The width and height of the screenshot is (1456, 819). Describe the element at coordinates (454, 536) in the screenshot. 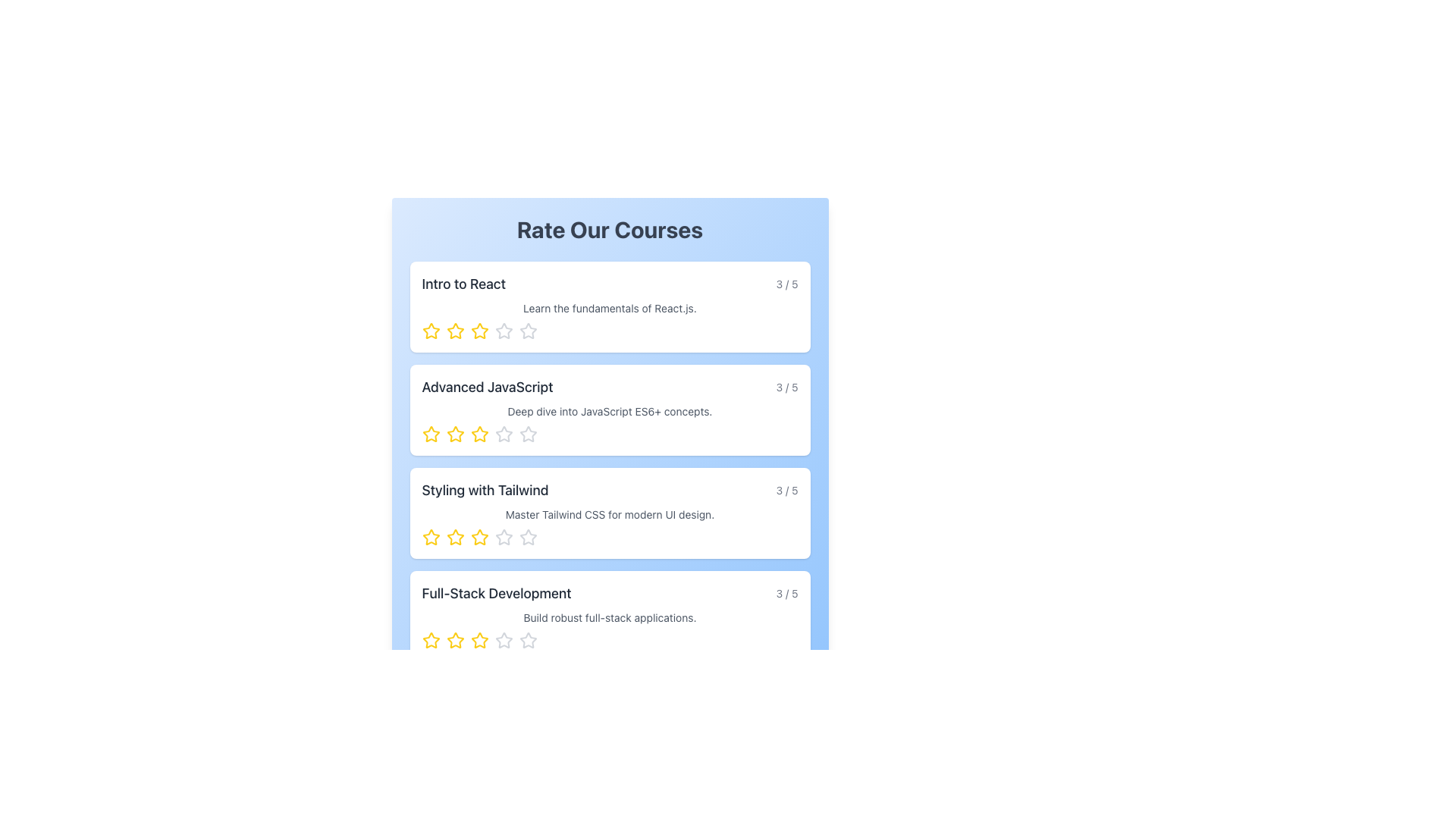

I see `the second star icon in the five-star rating system on the 'Styling with Tailwind' card to give a 2-star rating` at that location.